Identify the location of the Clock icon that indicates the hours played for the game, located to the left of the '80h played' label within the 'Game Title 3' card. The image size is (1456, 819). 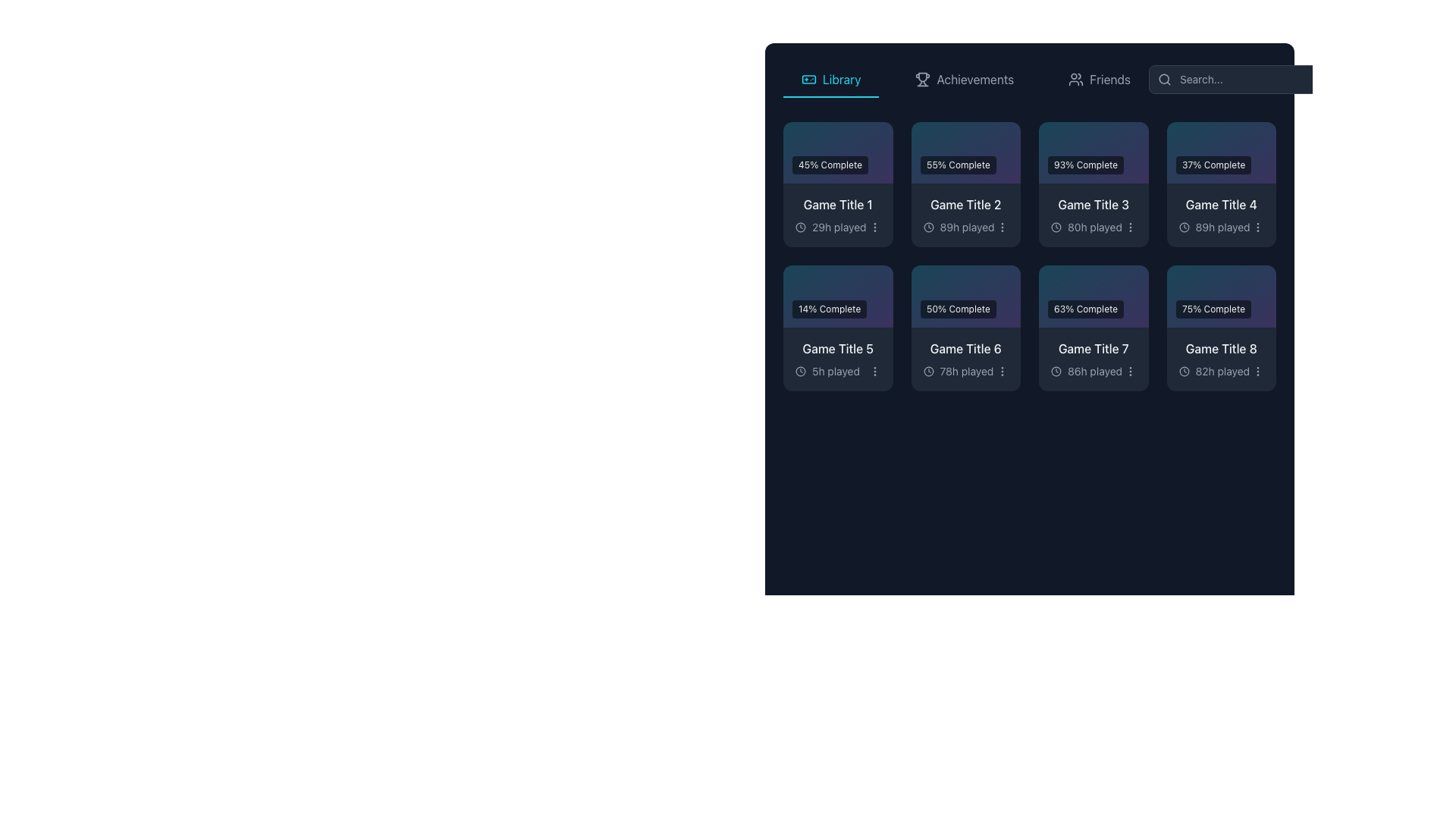
(1055, 227).